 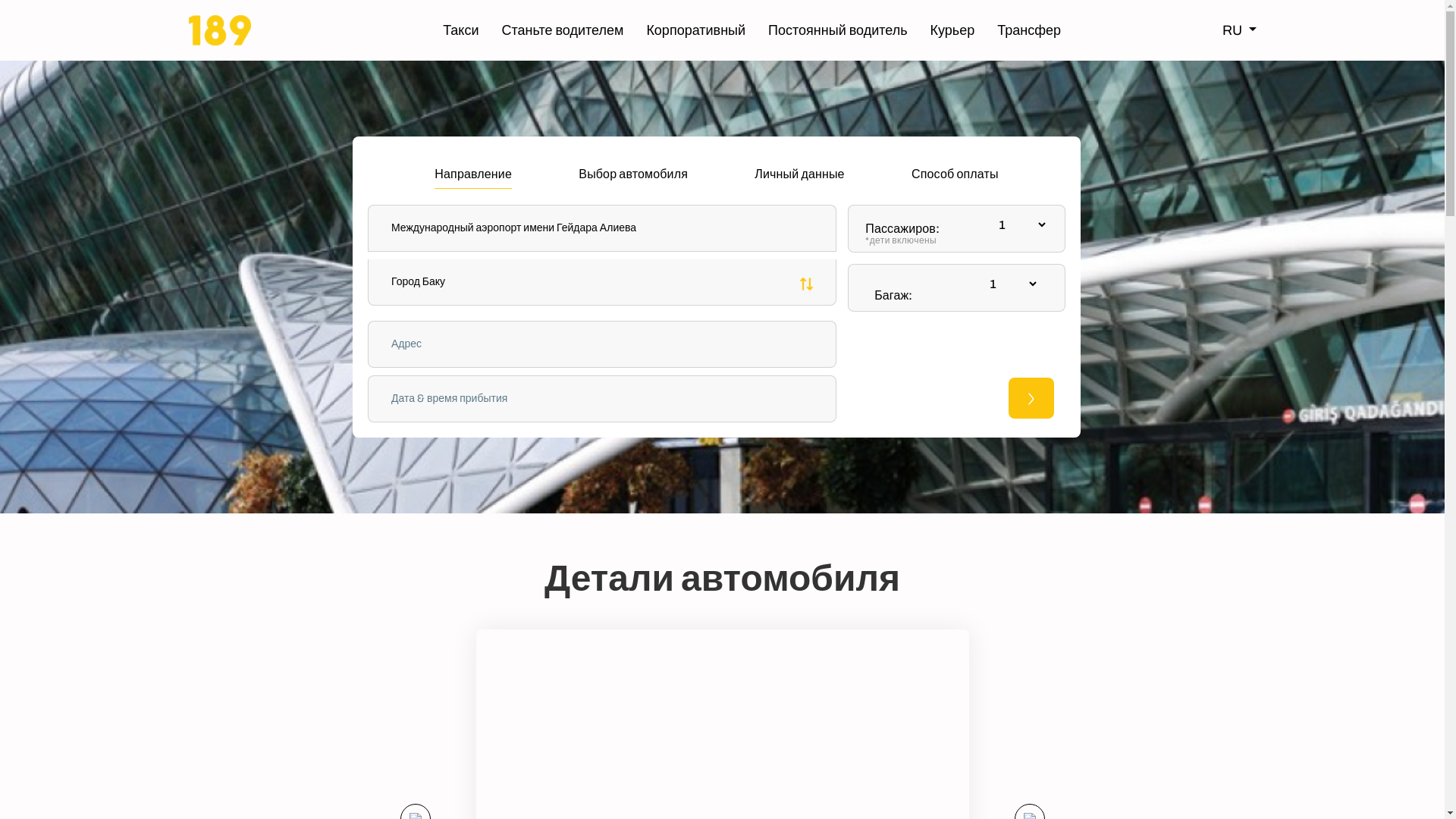 I want to click on 'RU', so click(x=1239, y=30).